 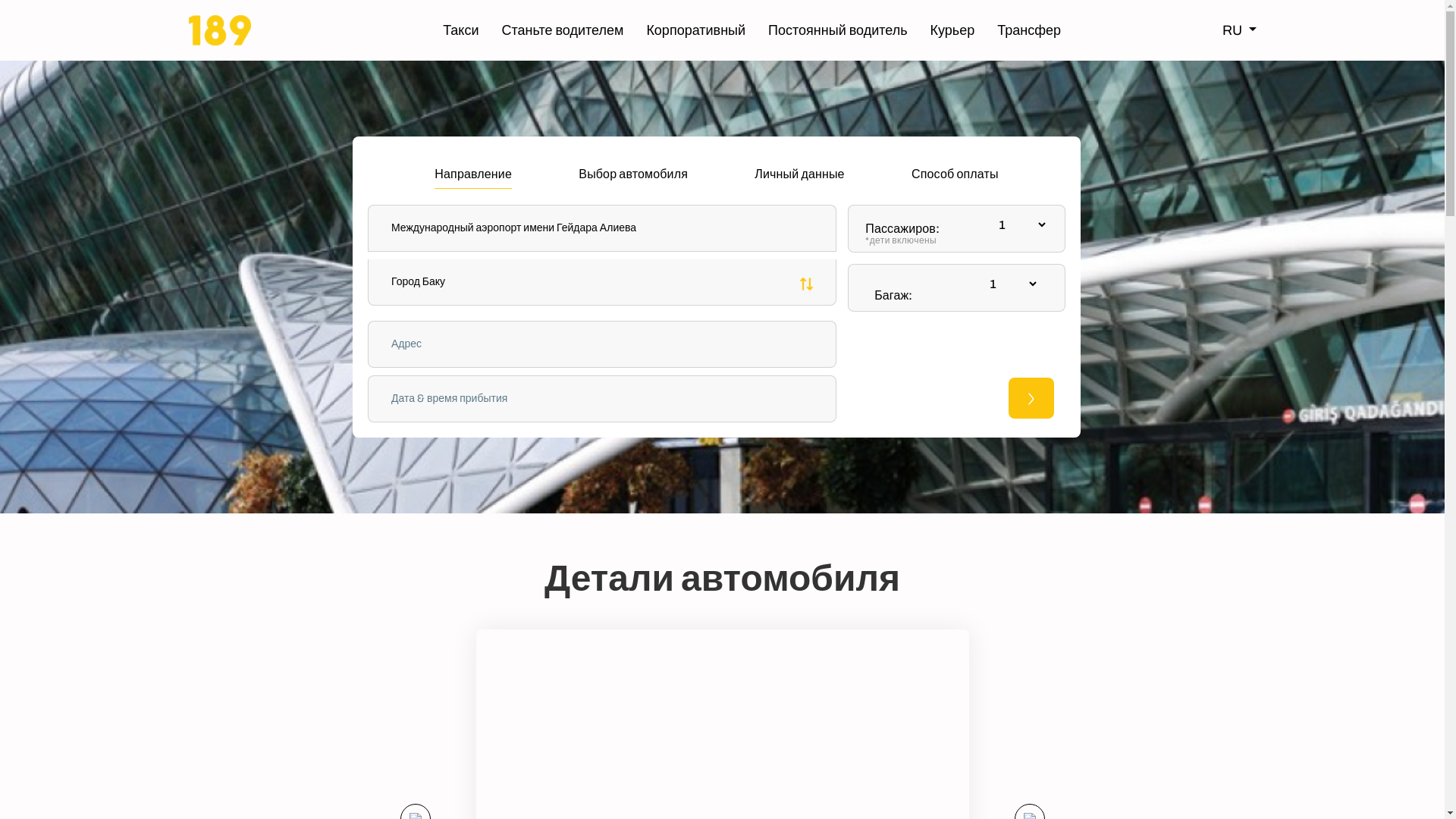 I want to click on 'RU', so click(x=1239, y=30).